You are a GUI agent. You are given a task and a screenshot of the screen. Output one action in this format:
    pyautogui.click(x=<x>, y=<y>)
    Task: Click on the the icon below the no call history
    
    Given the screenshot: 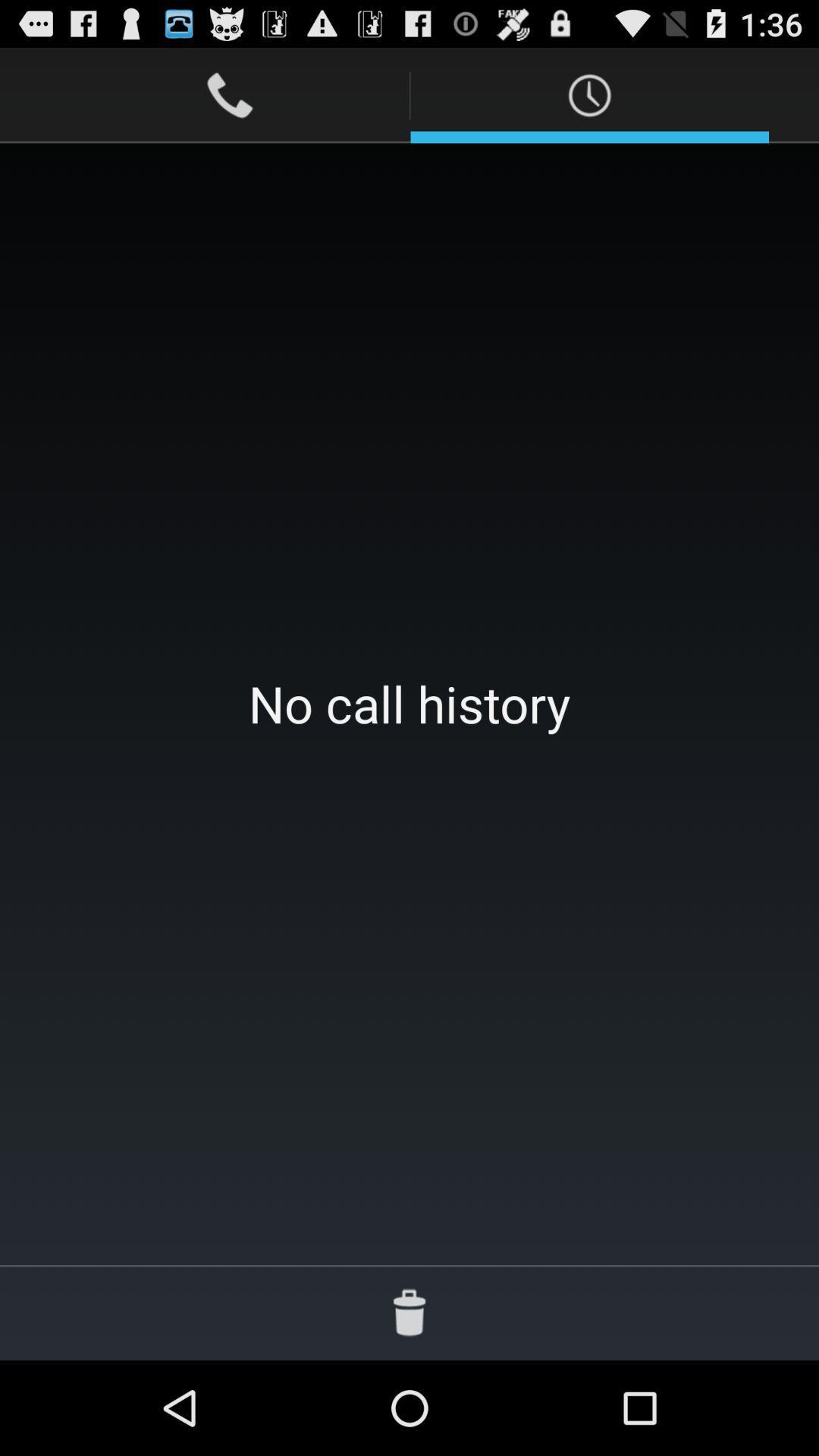 What is the action you would take?
    pyautogui.click(x=409, y=1312)
    